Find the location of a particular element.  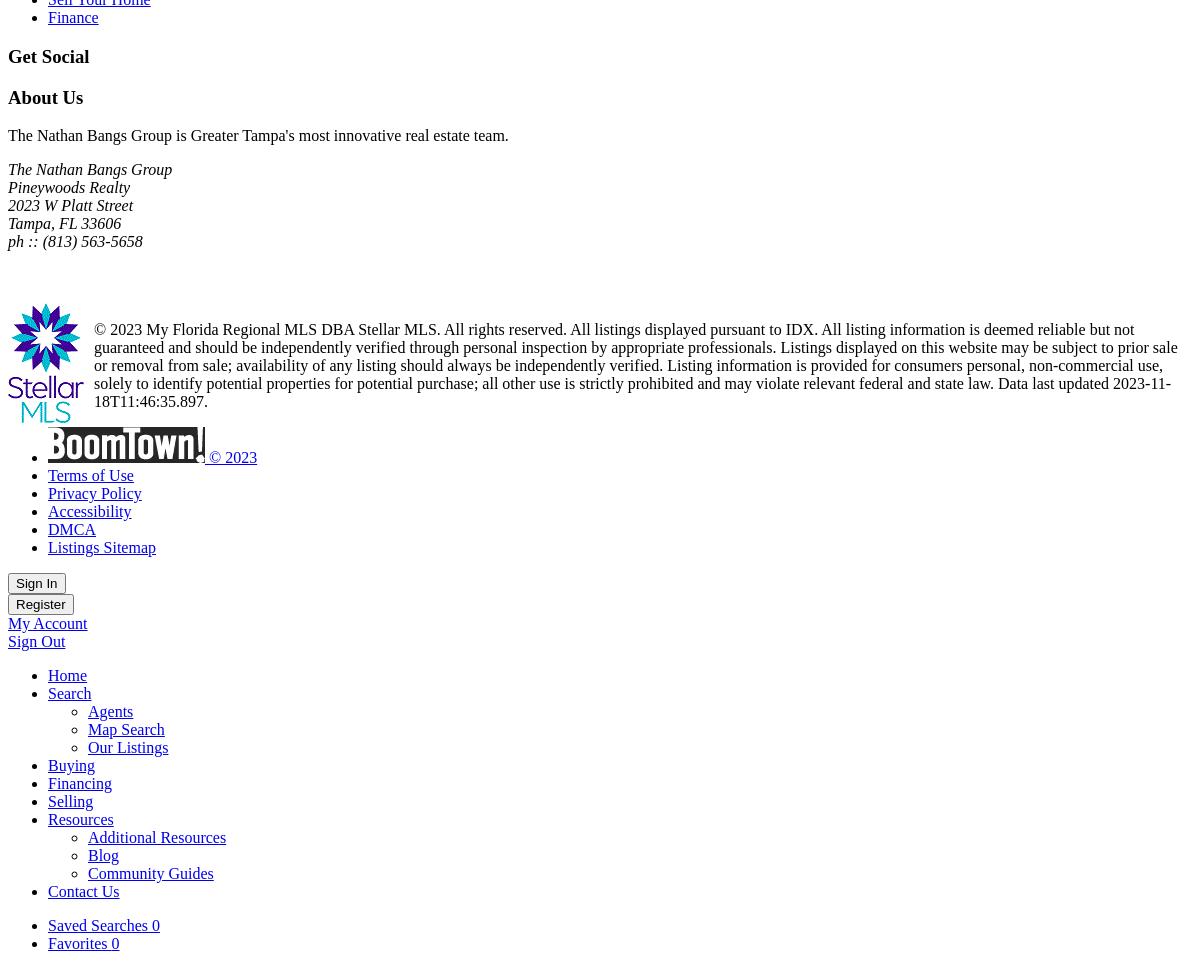

'Buying' is located at coordinates (71, 765).